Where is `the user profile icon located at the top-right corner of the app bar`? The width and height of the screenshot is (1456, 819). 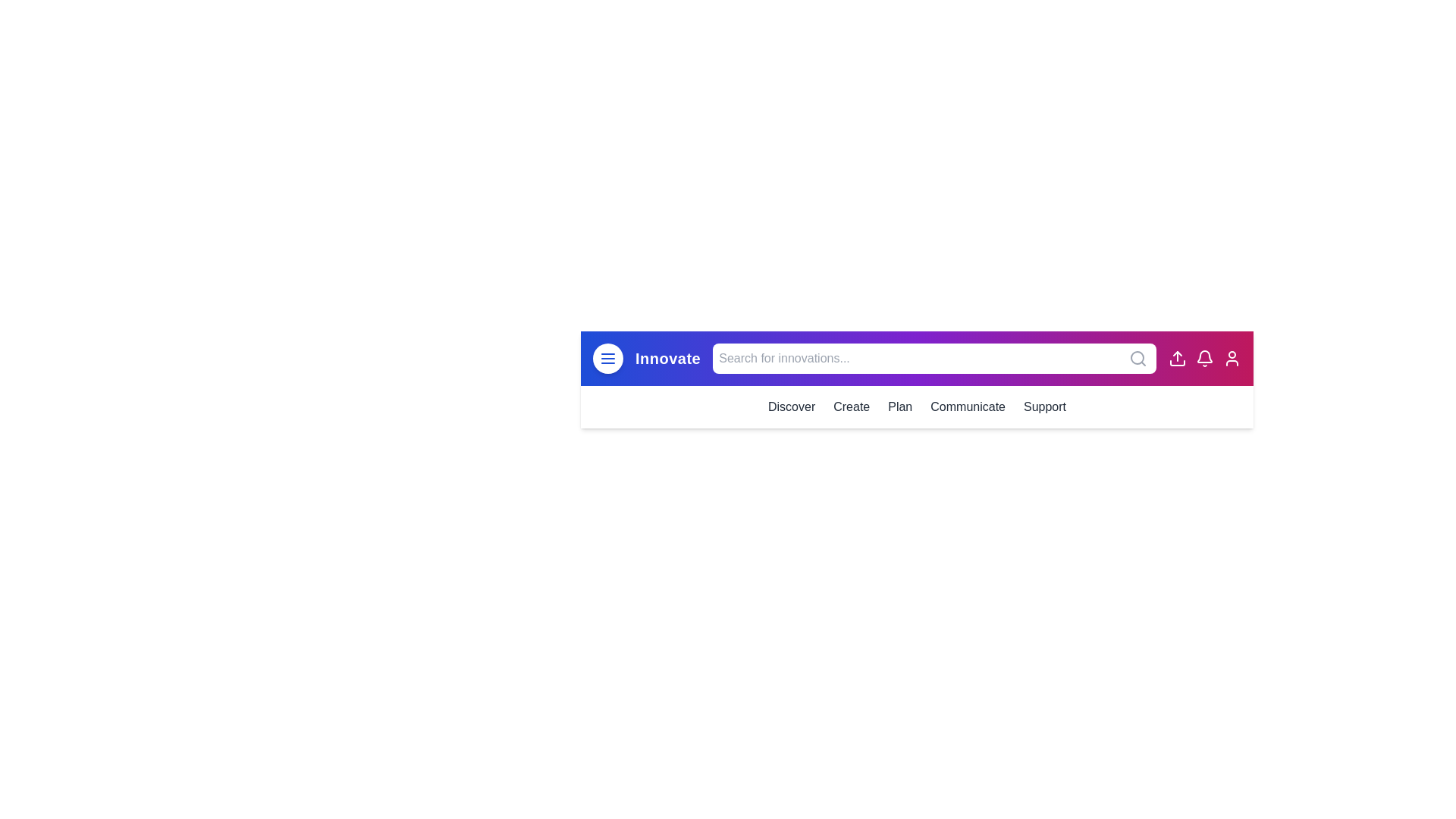 the user profile icon located at the top-right corner of the app bar is located at coordinates (1232, 359).